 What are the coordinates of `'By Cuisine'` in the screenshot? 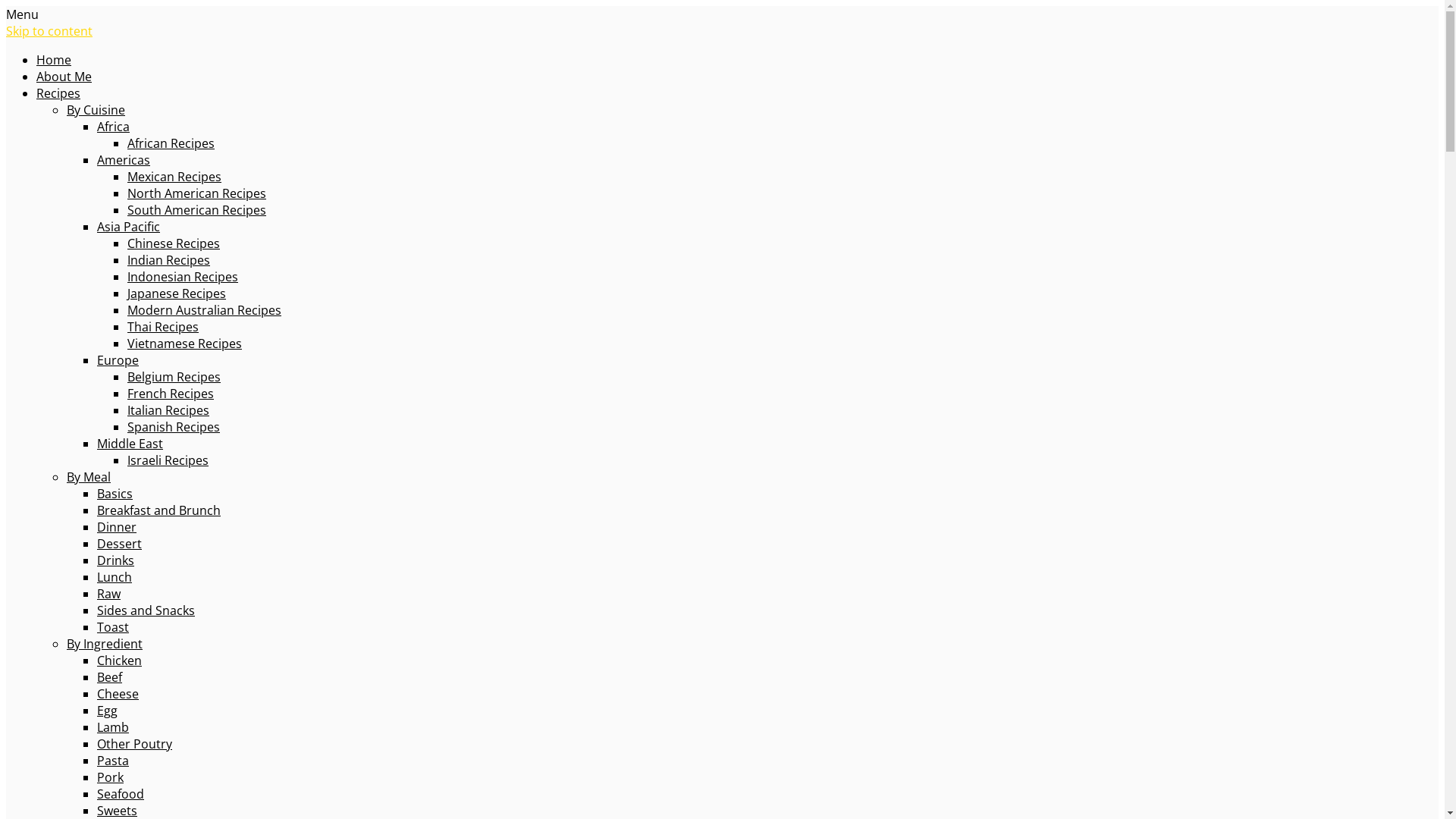 It's located at (95, 109).